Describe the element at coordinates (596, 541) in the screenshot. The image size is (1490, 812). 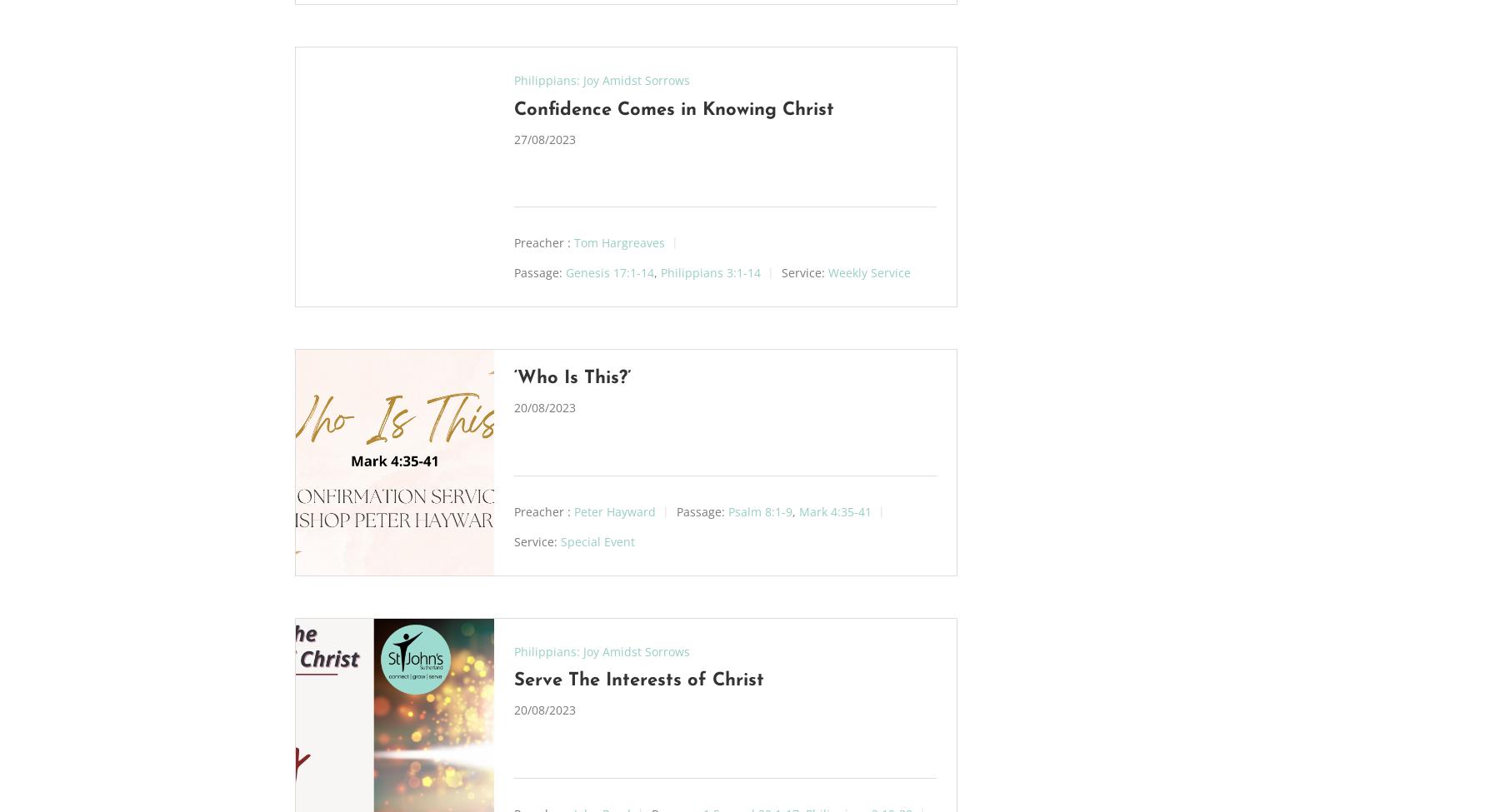
I see `'Special Event'` at that location.